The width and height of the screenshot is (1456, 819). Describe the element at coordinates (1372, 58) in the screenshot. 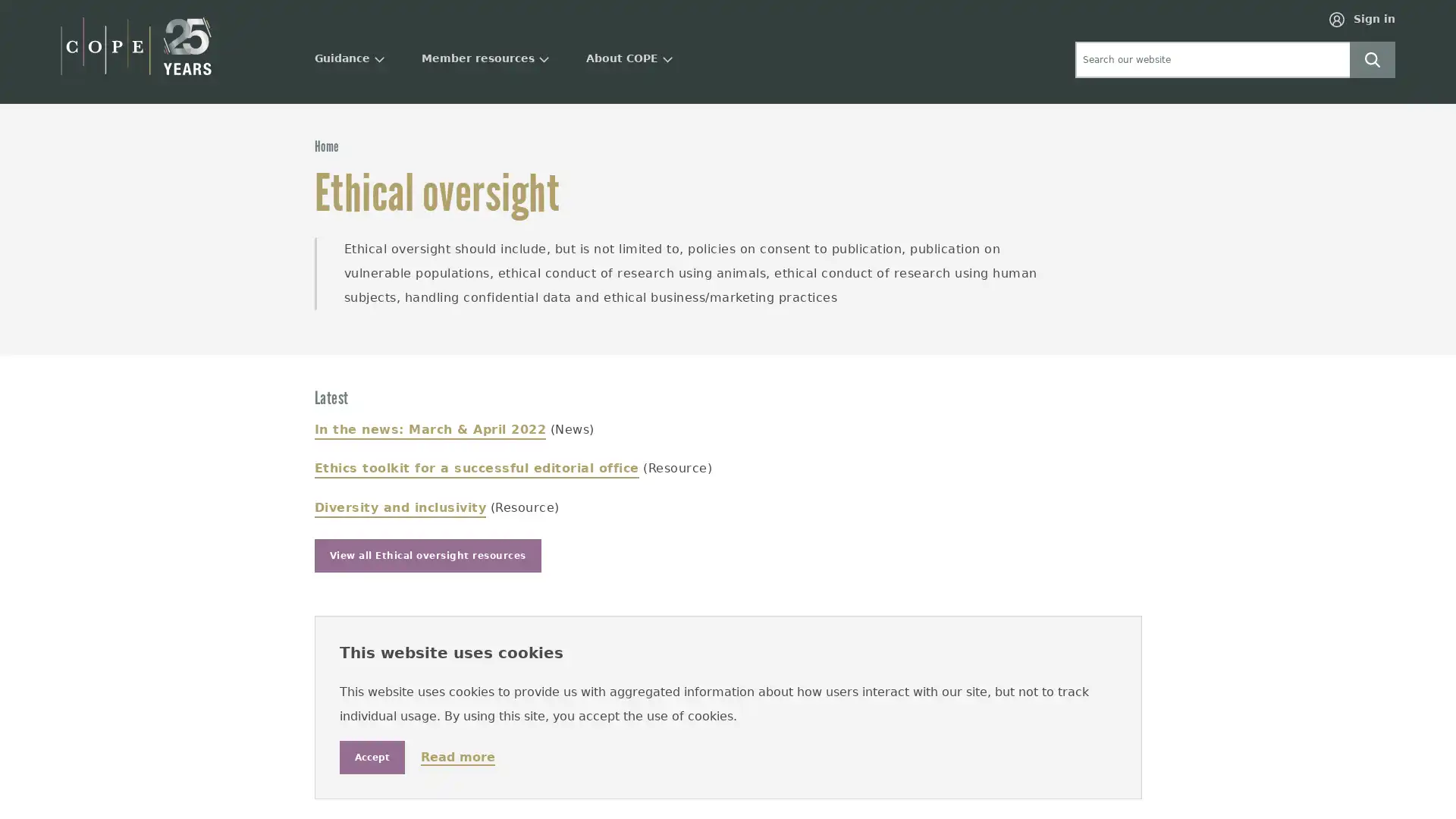

I see `Search` at that location.